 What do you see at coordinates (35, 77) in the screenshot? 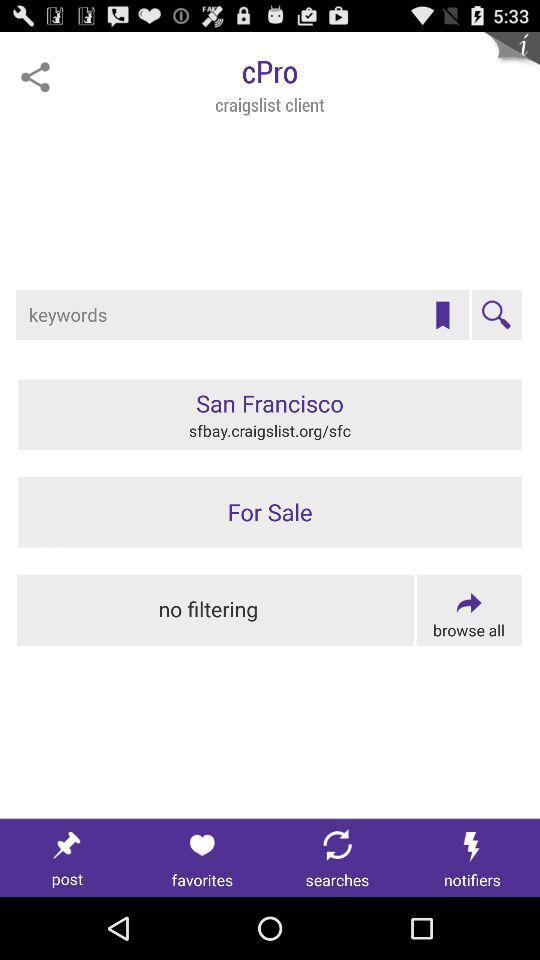
I see `share` at bounding box center [35, 77].